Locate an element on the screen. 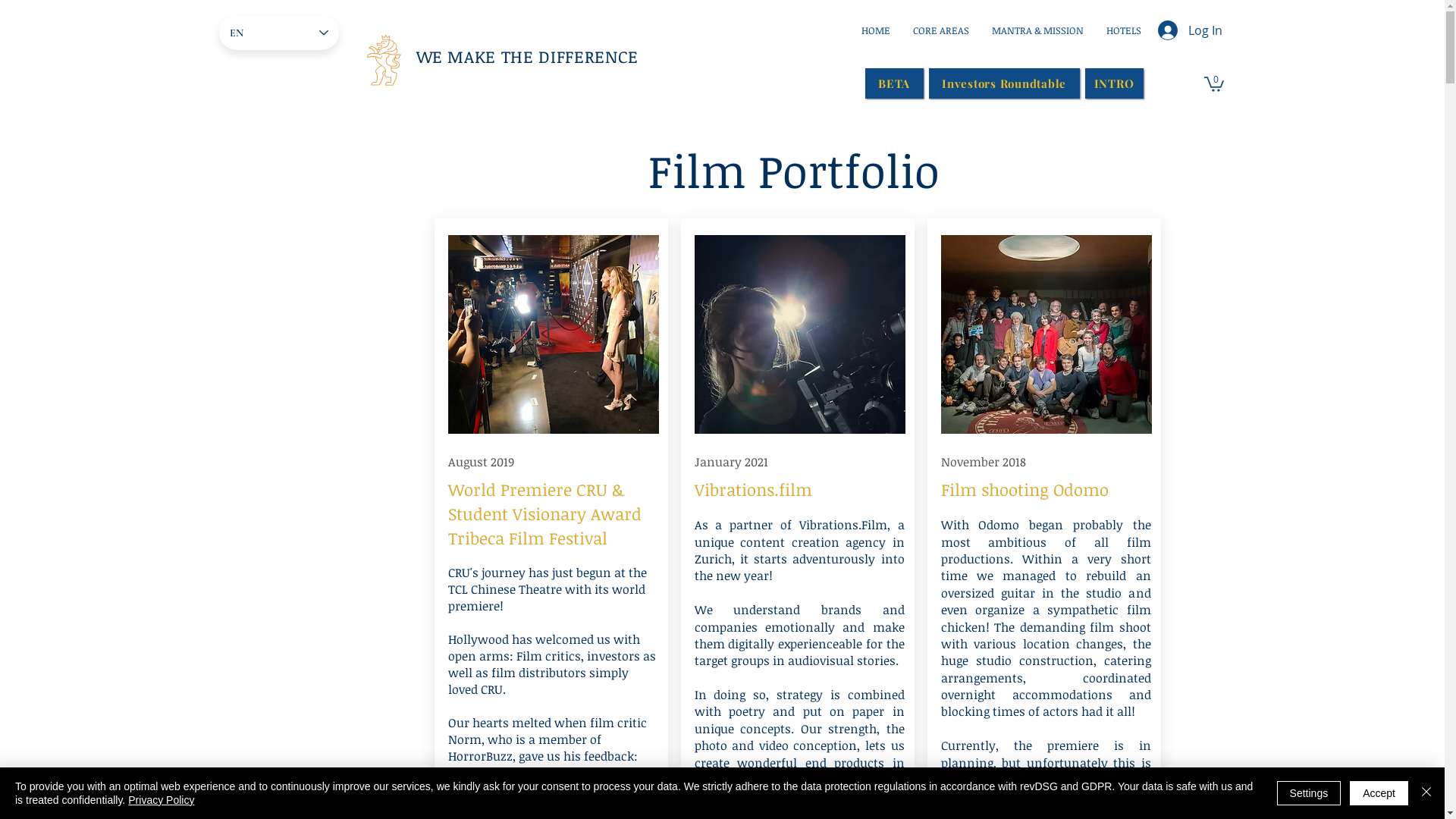 The width and height of the screenshot is (1456, 819). 'HOME' is located at coordinates (874, 30).